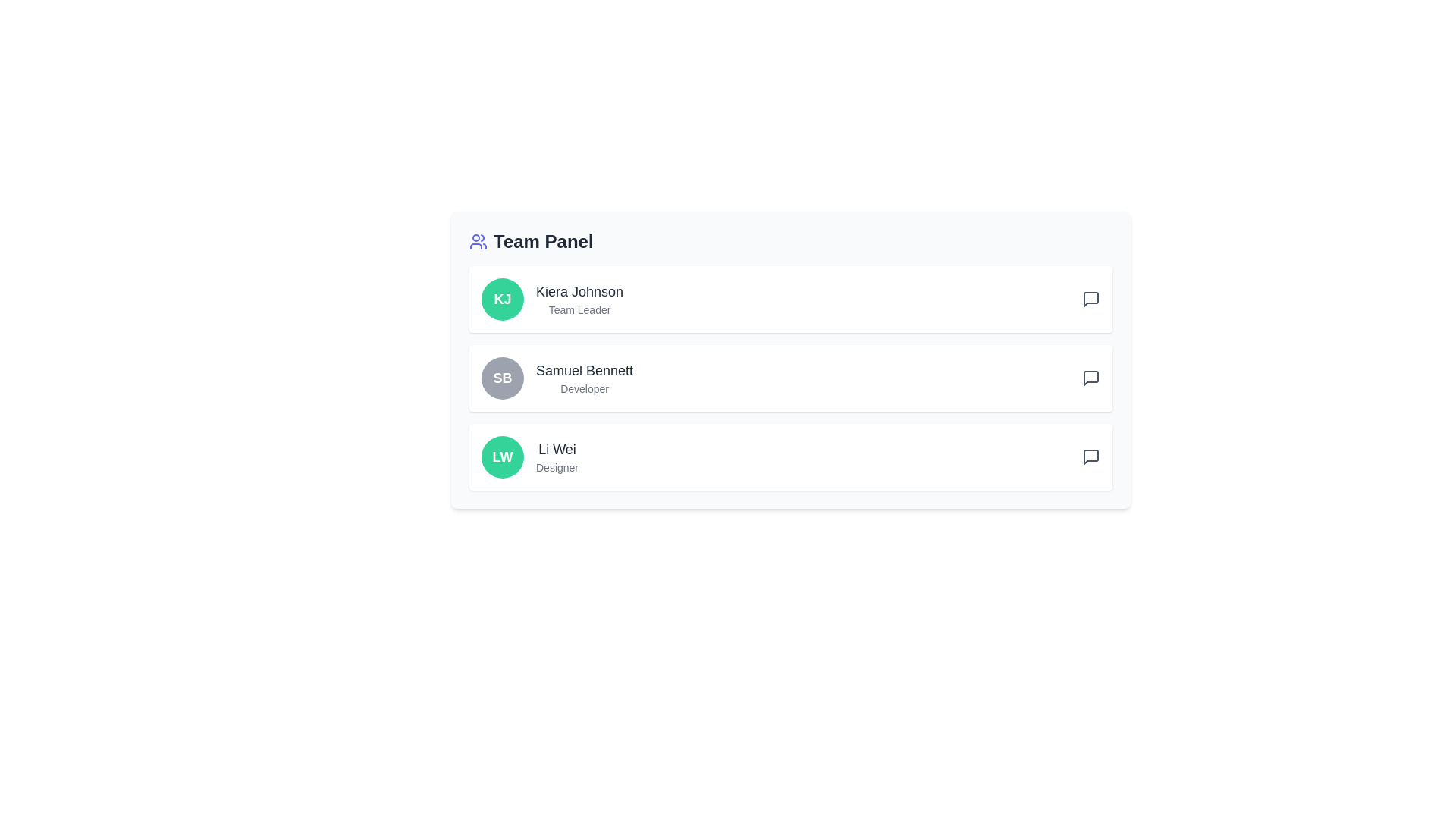 The width and height of the screenshot is (1456, 819). What do you see at coordinates (477, 241) in the screenshot?
I see `the indigo outline SVG icon depicting two figures` at bounding box center [477, 241].